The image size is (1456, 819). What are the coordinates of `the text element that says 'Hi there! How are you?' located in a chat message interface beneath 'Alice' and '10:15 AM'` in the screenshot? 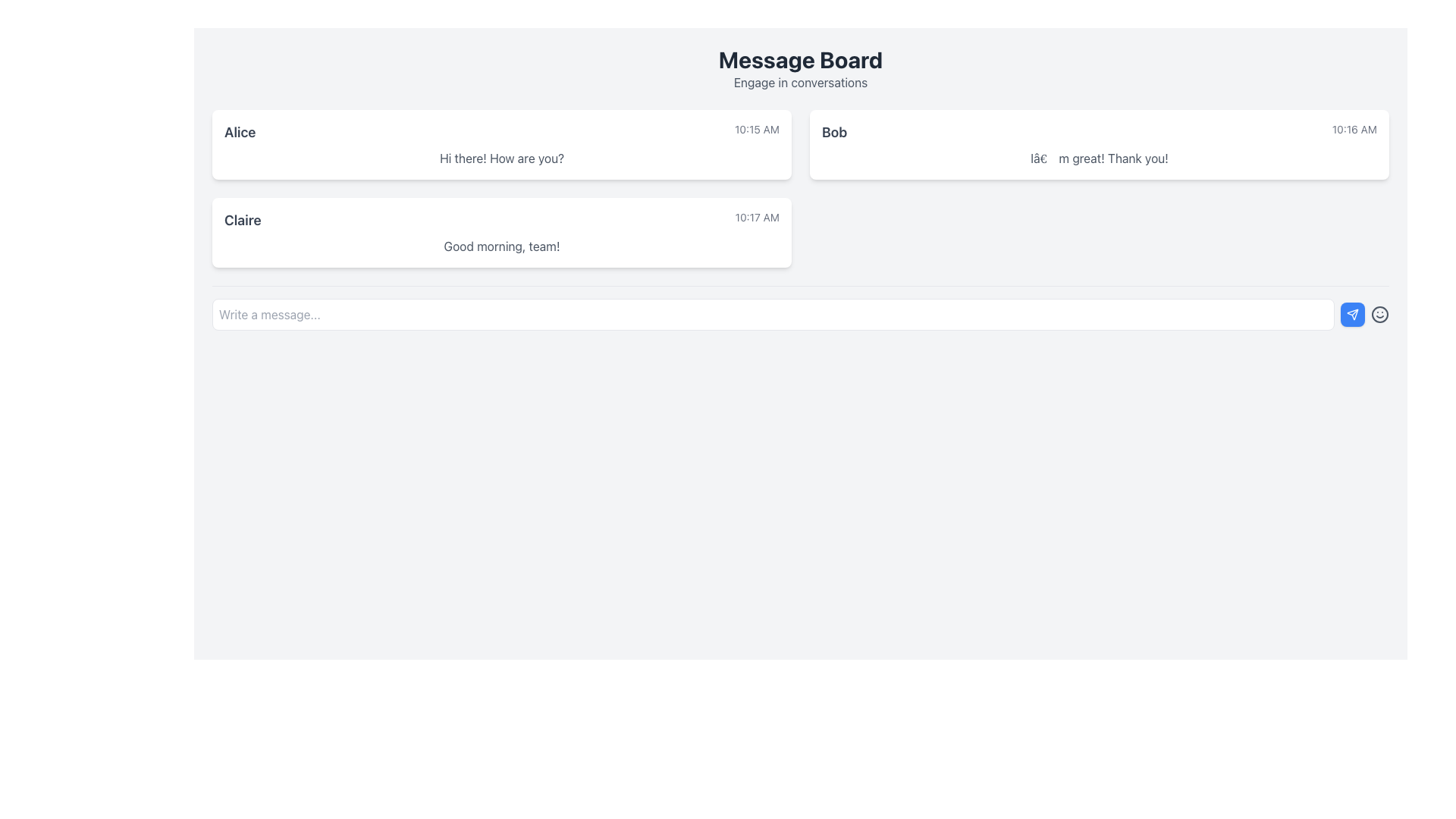 It's located at (502, 158).